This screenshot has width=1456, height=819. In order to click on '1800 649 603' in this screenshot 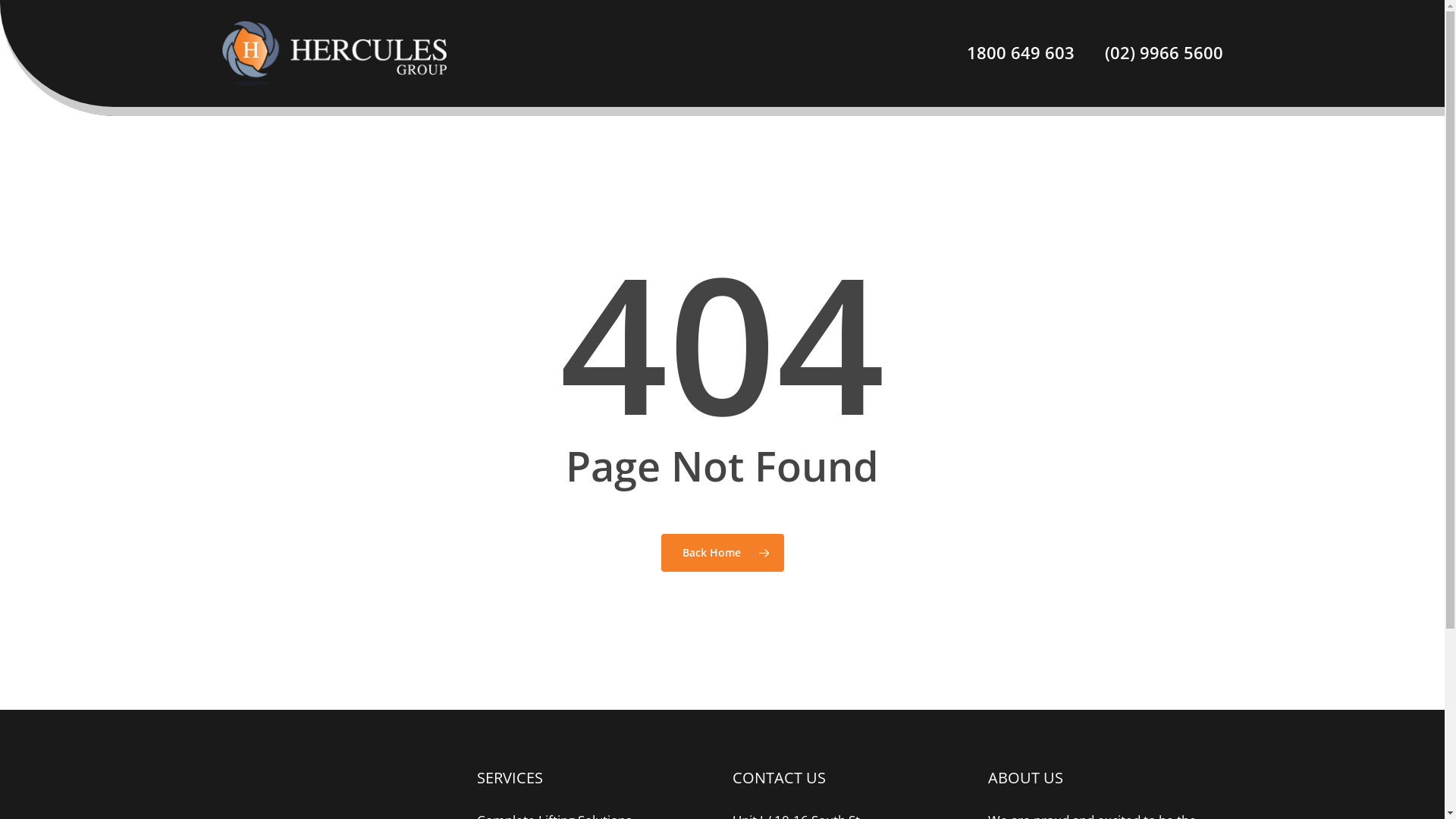, I will do `click(1019, 52)`.